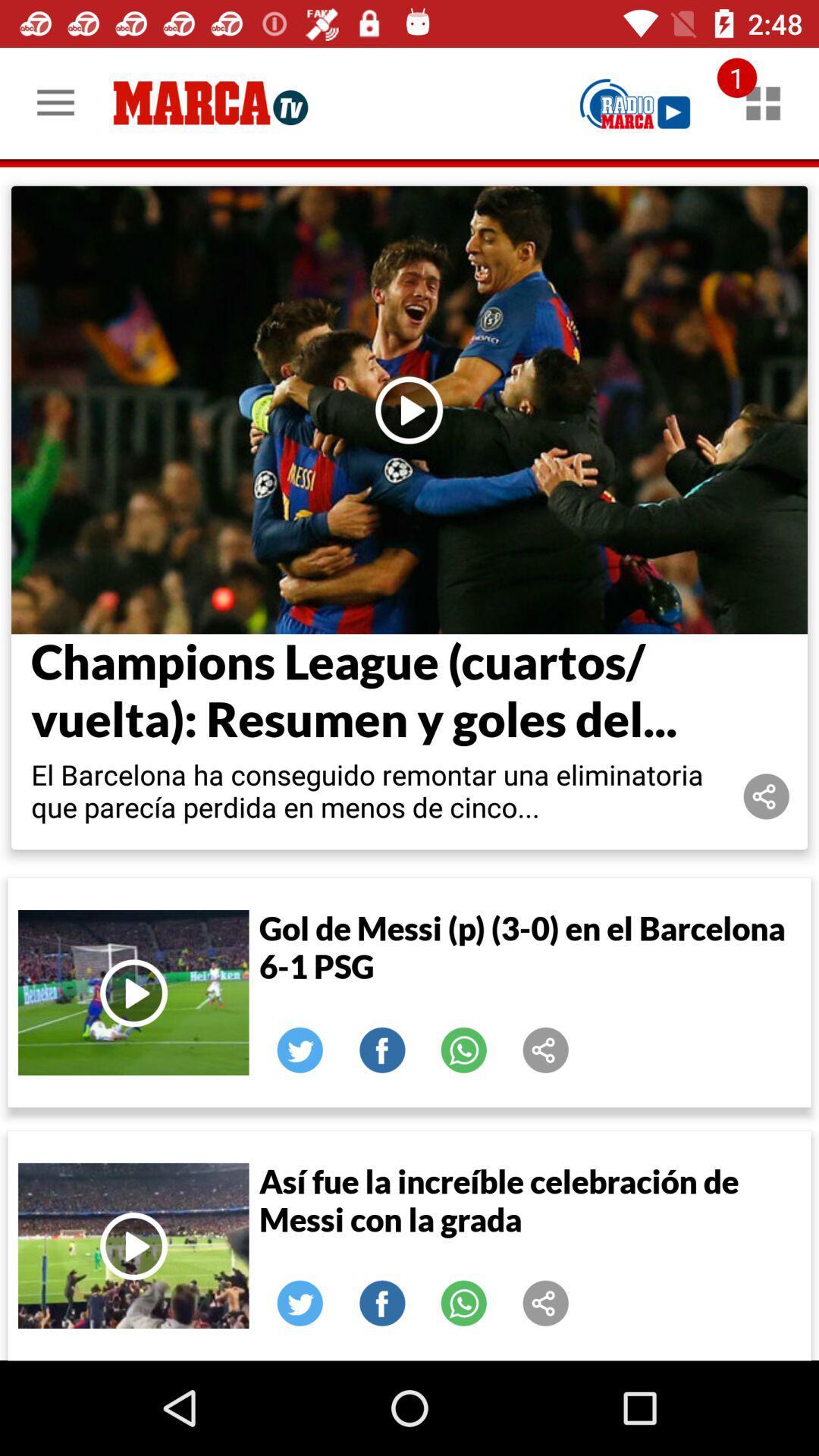 The height and width of the screenshot is (1456, 819). Describe the element at coordinates (300, 1302) in the screenshot. I see `share on twitter` at that location.